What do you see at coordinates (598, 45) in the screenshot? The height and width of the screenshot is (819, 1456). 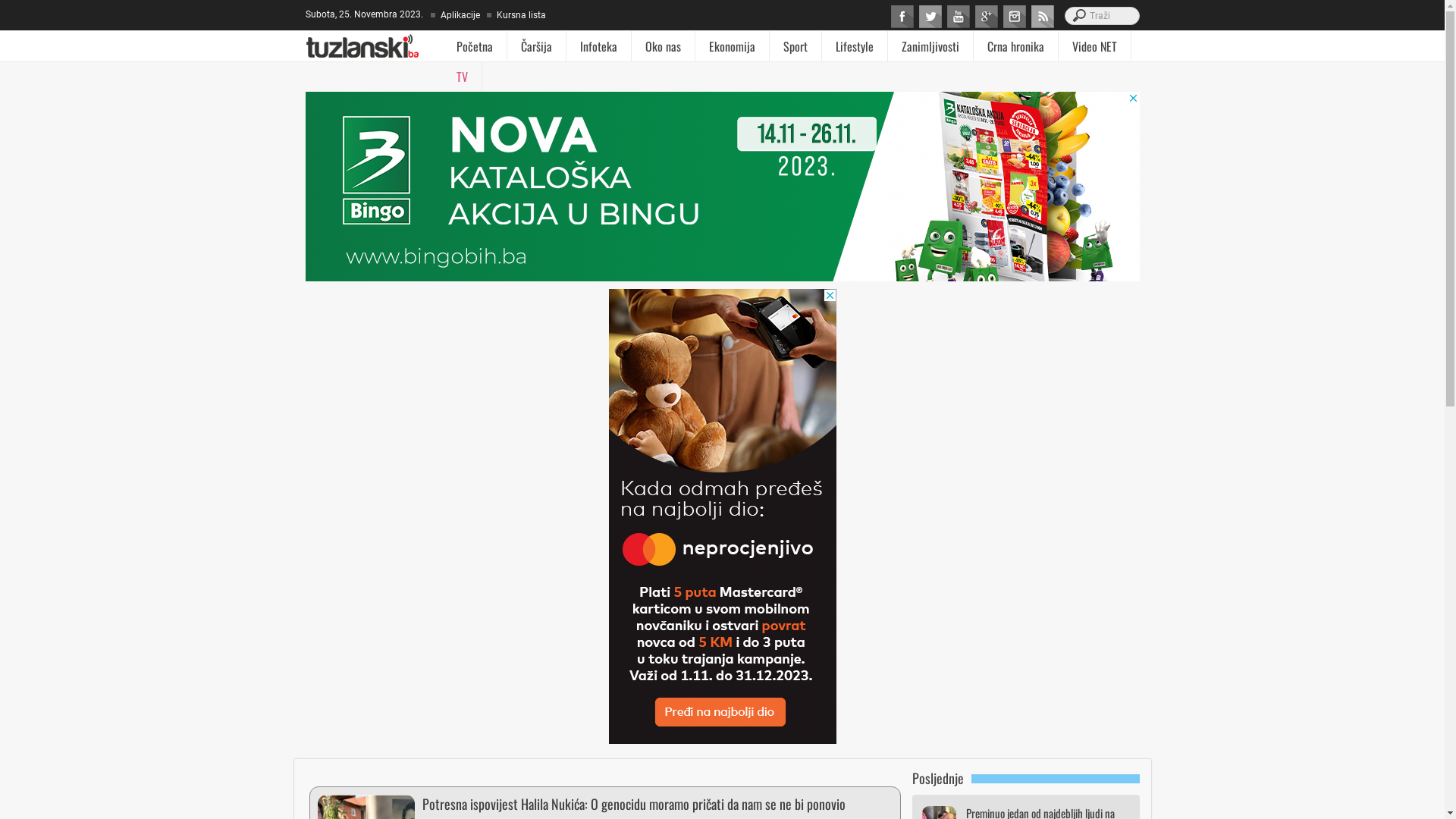 I see `'Infoteka'` at bounding box center [598, 45].